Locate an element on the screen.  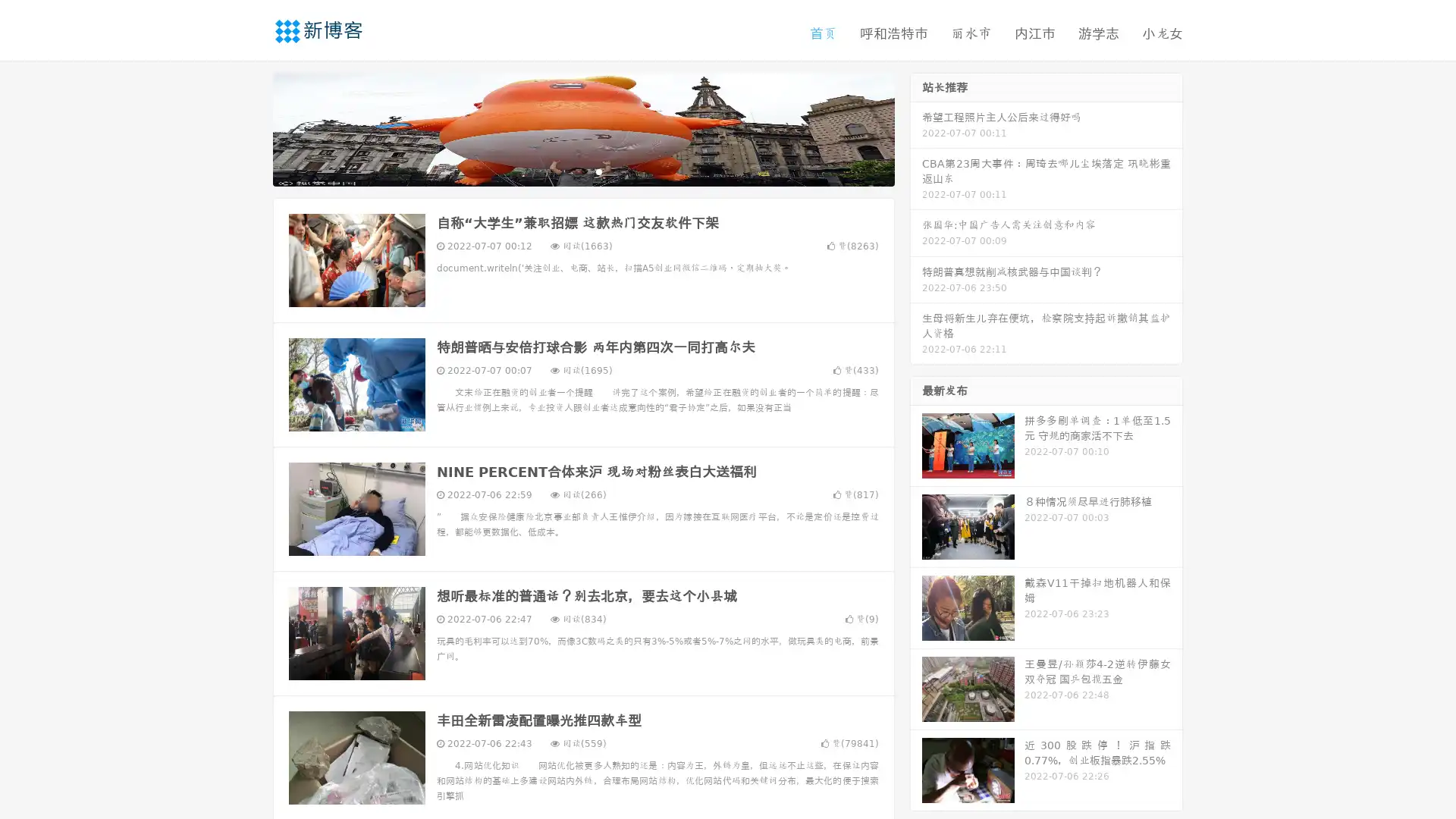
Go to slide 2 is located at coordinates (582, 171).